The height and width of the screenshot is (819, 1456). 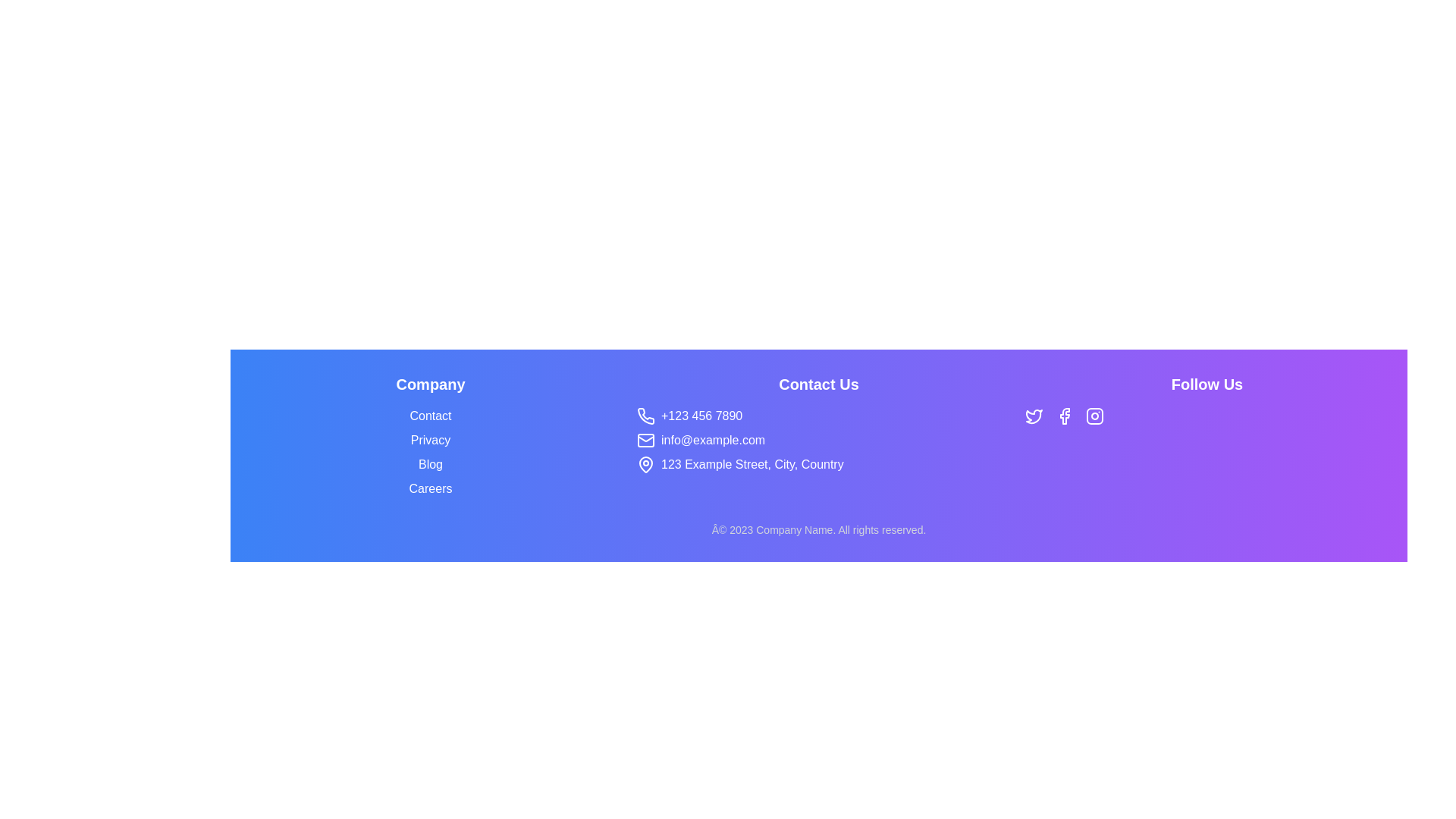 I want to click on the rectangular SVG graphical shape with rounded corners that is part of the envelope icon in the 'Contact Us' section of the footer, so click(x=645, y=441).